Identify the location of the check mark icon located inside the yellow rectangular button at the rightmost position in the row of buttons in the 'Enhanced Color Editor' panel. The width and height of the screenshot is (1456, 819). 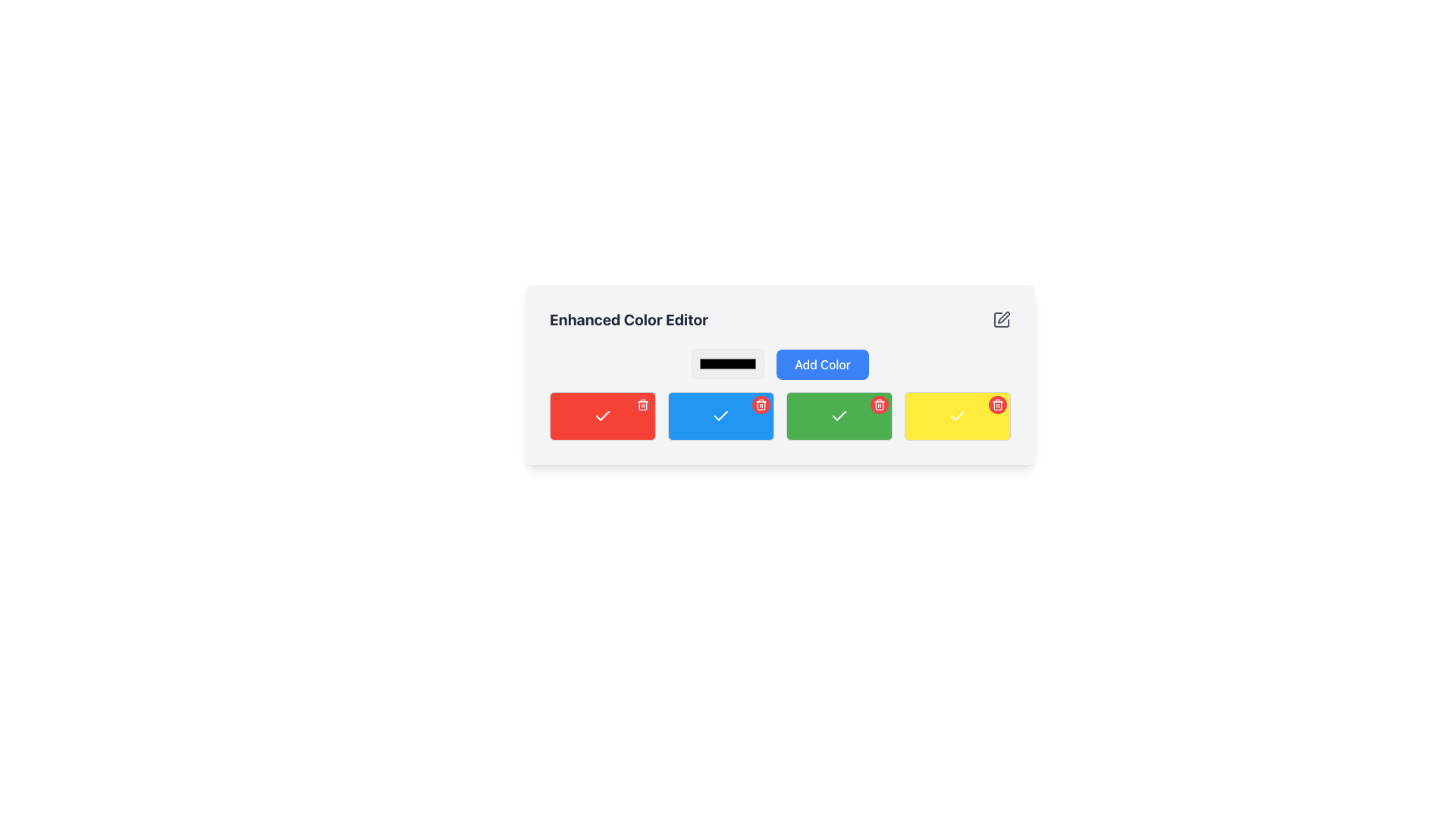
(956, 415).